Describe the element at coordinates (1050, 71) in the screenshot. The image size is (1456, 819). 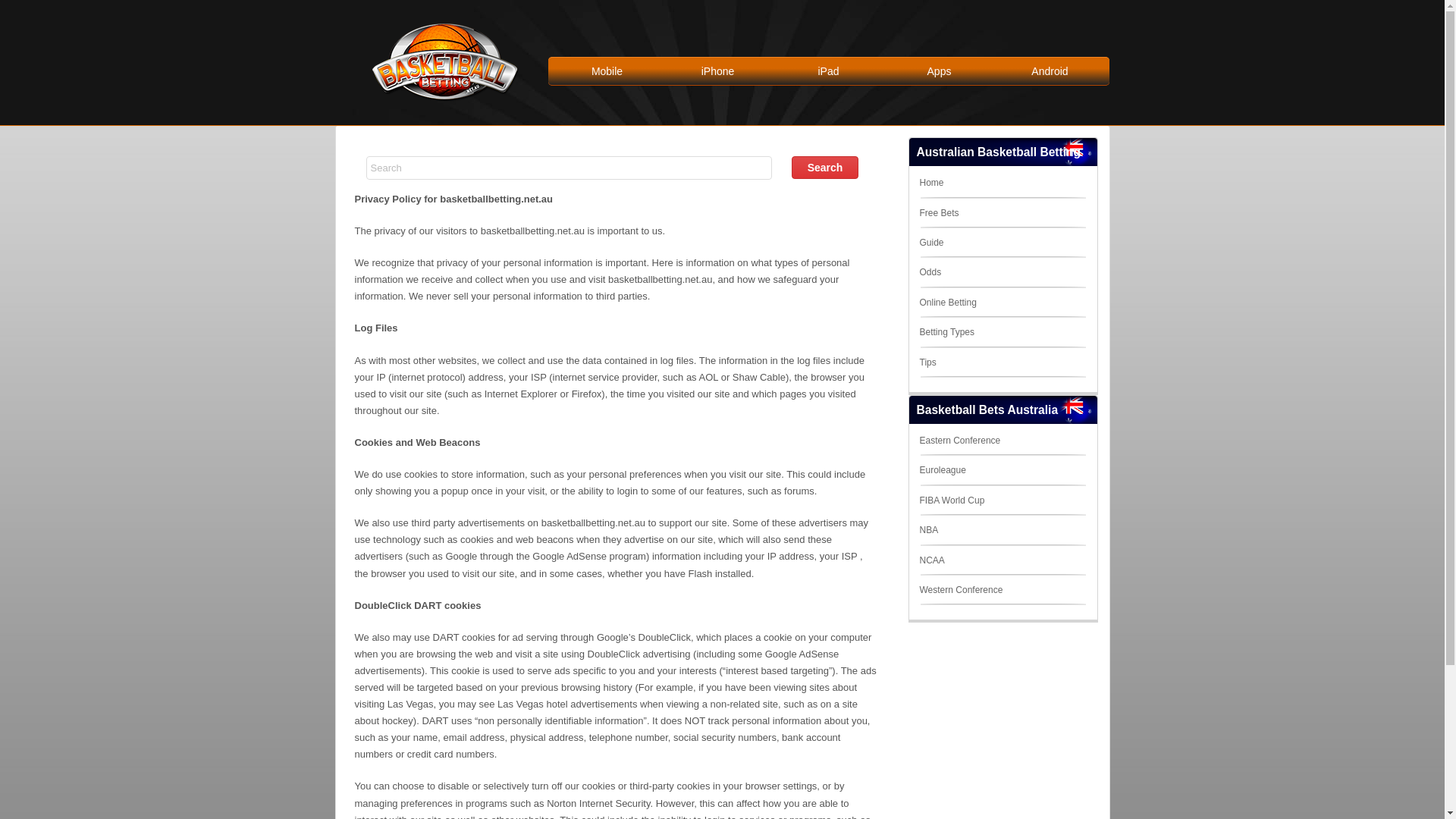
I see `'Android'` at that location.